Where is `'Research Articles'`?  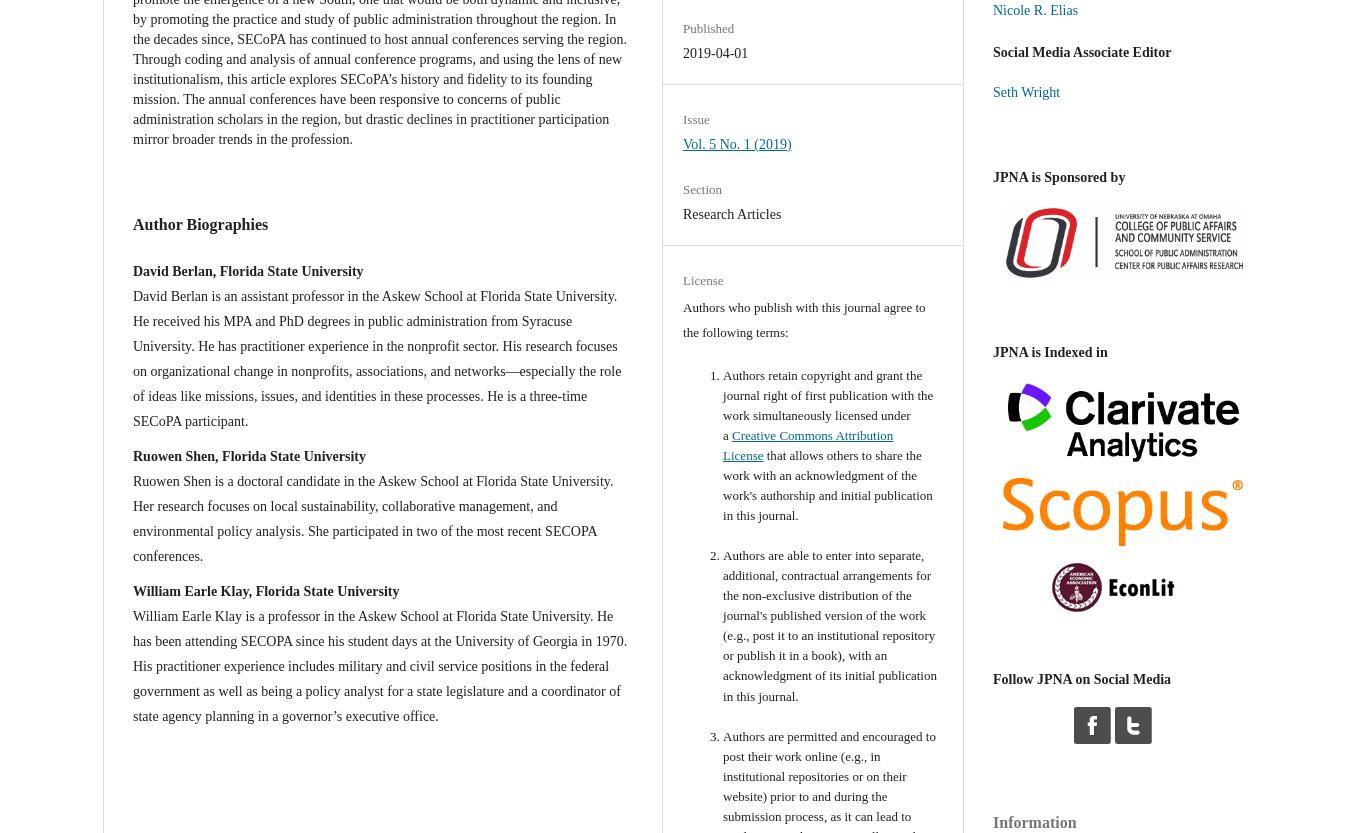 'Research Articles' is located at coordinates (732, 213).